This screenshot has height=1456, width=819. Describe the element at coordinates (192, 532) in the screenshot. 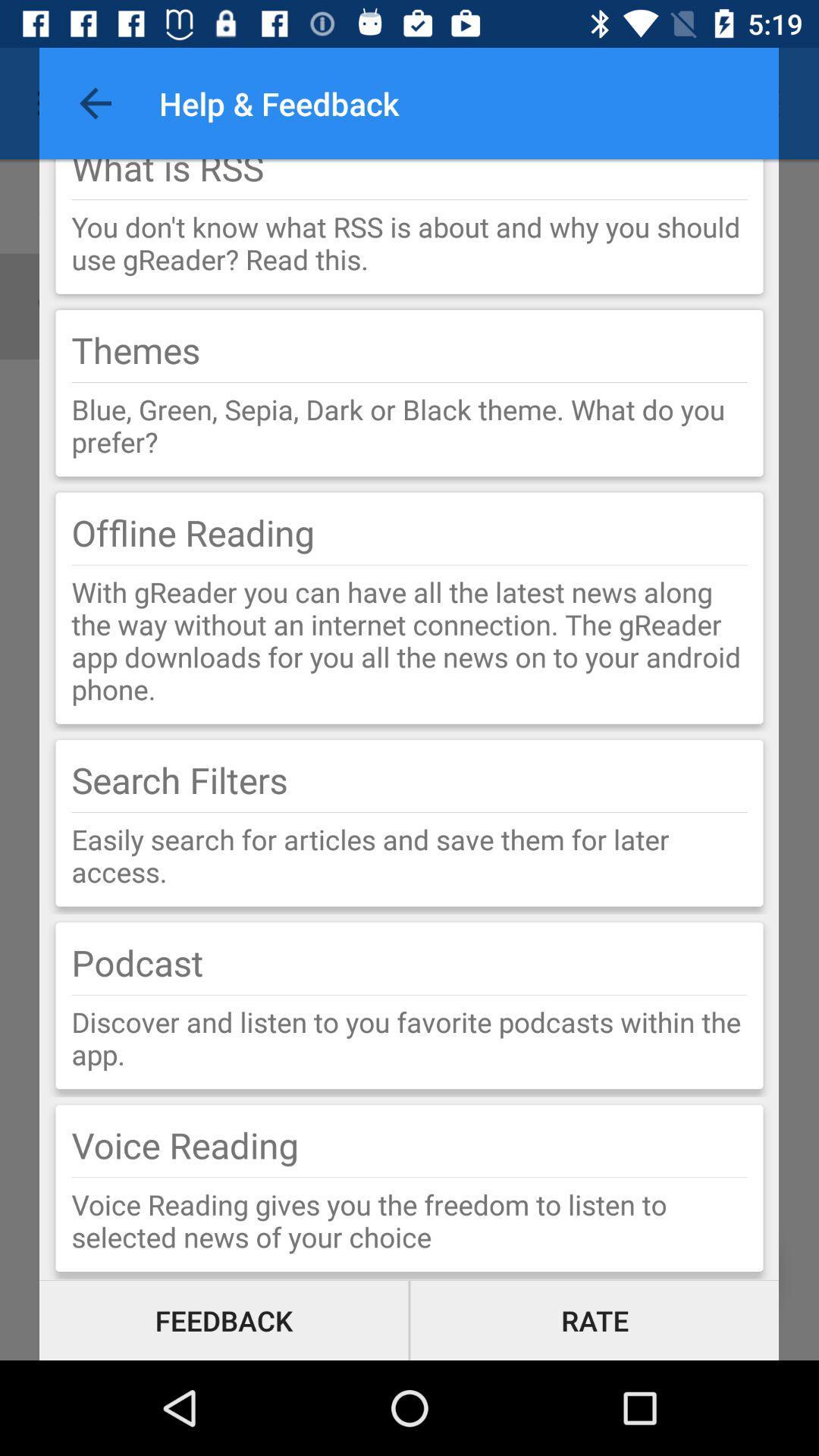

I see `the offline reading item` at that location.